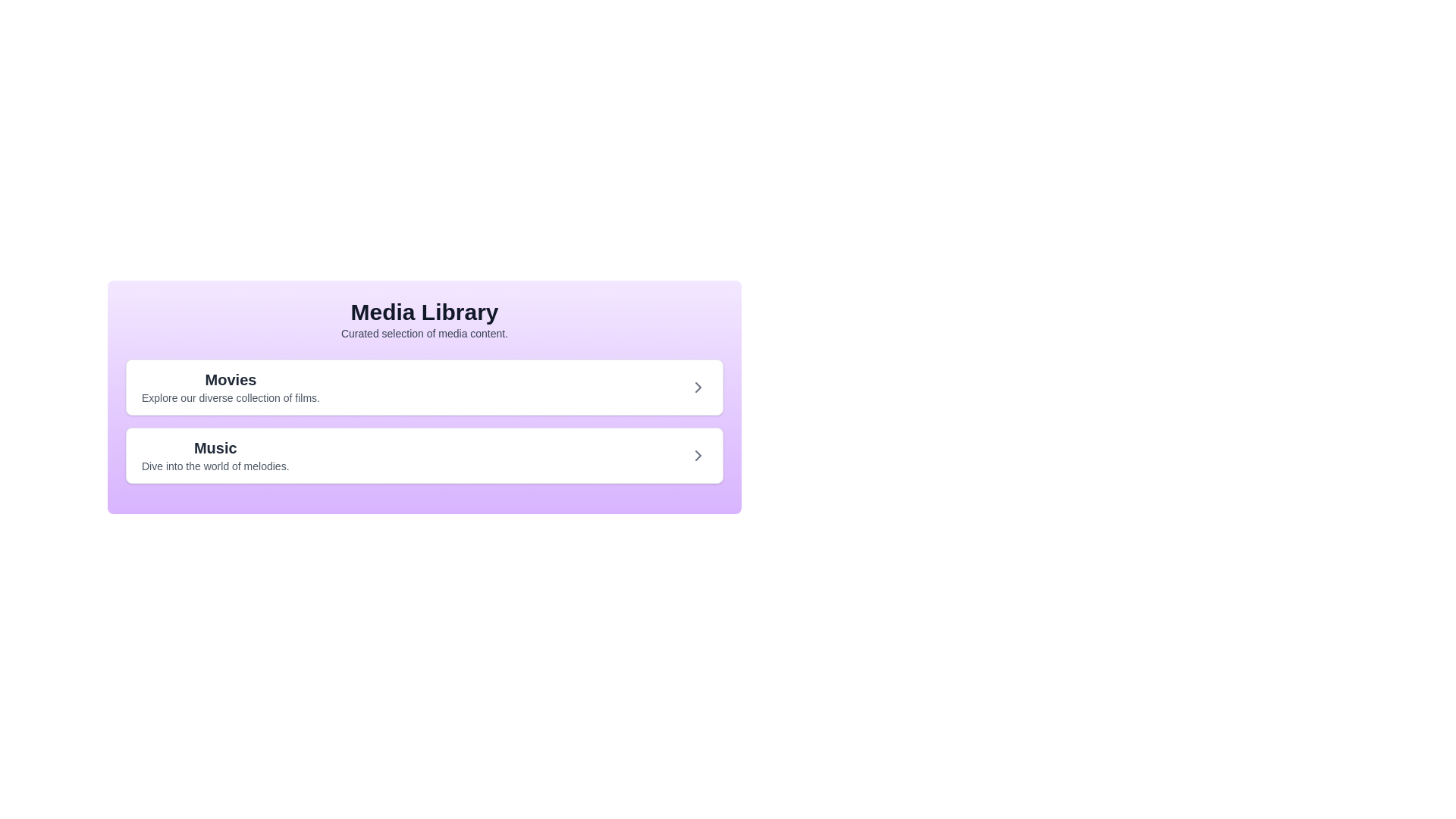  Describe the element at coordinates (698, 386) in the screenshot. I see `the chevron arrow icon in the 'Movies' section of the Media Library panel` at that location.